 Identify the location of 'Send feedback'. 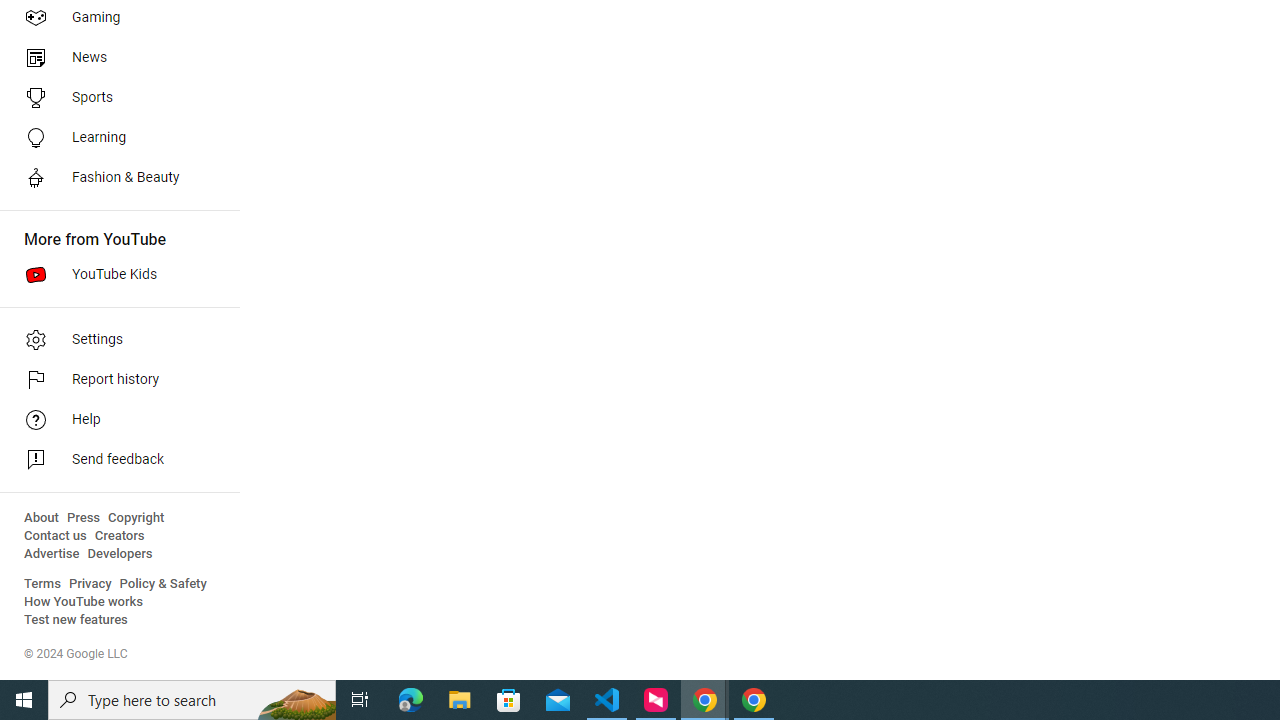
(112, 460).